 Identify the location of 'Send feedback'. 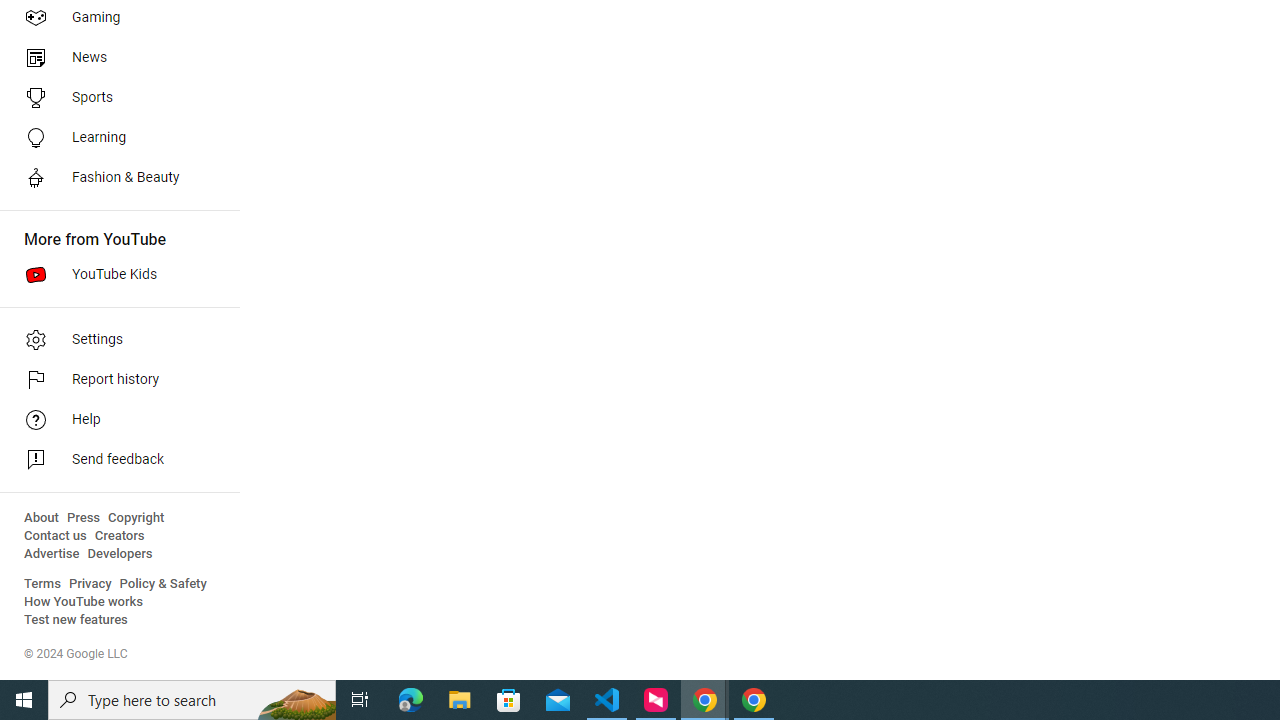
(112, 460).